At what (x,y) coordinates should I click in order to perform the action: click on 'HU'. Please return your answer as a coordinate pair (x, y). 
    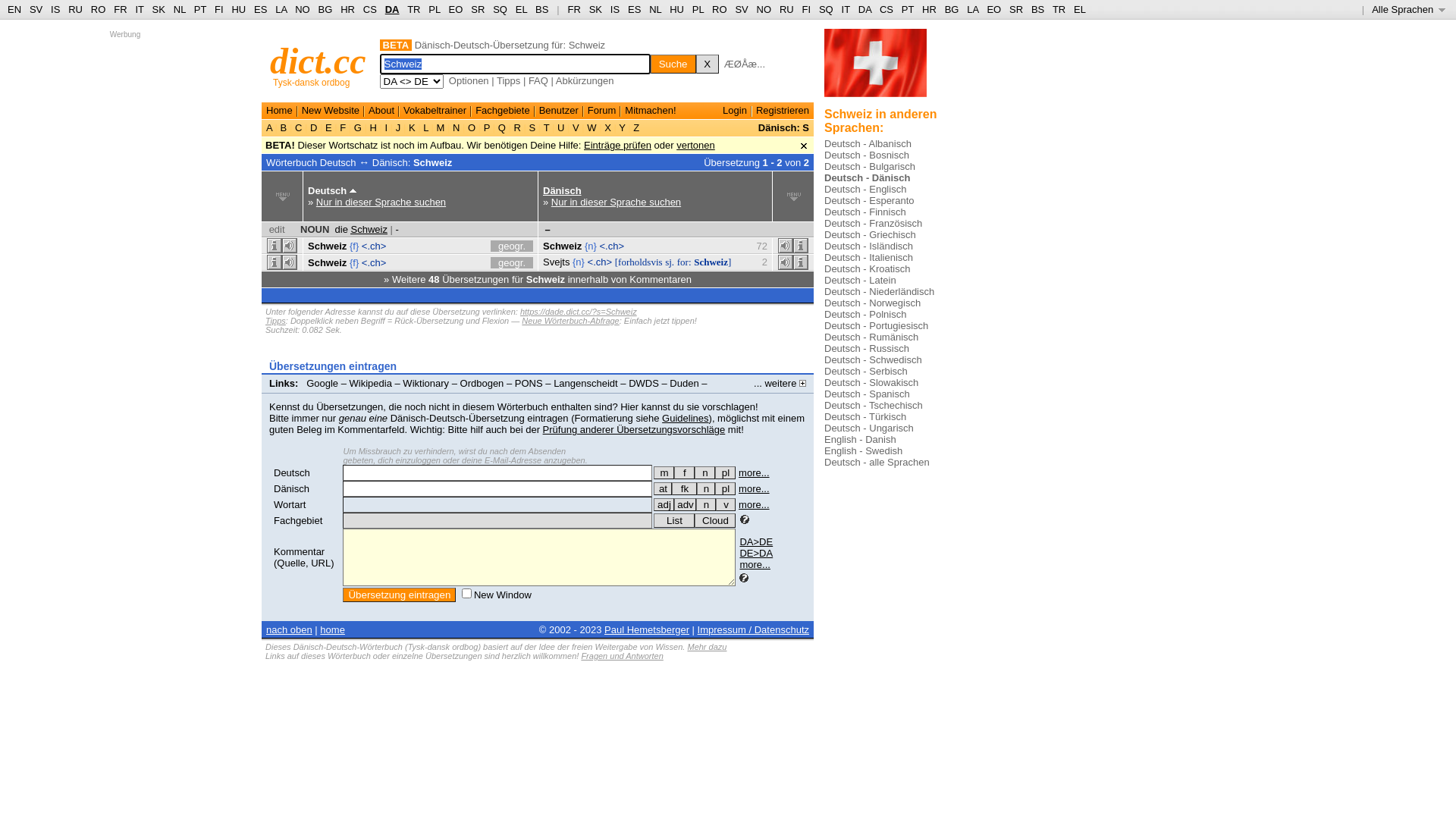
    Looking at the image, I should click on (676, 9).